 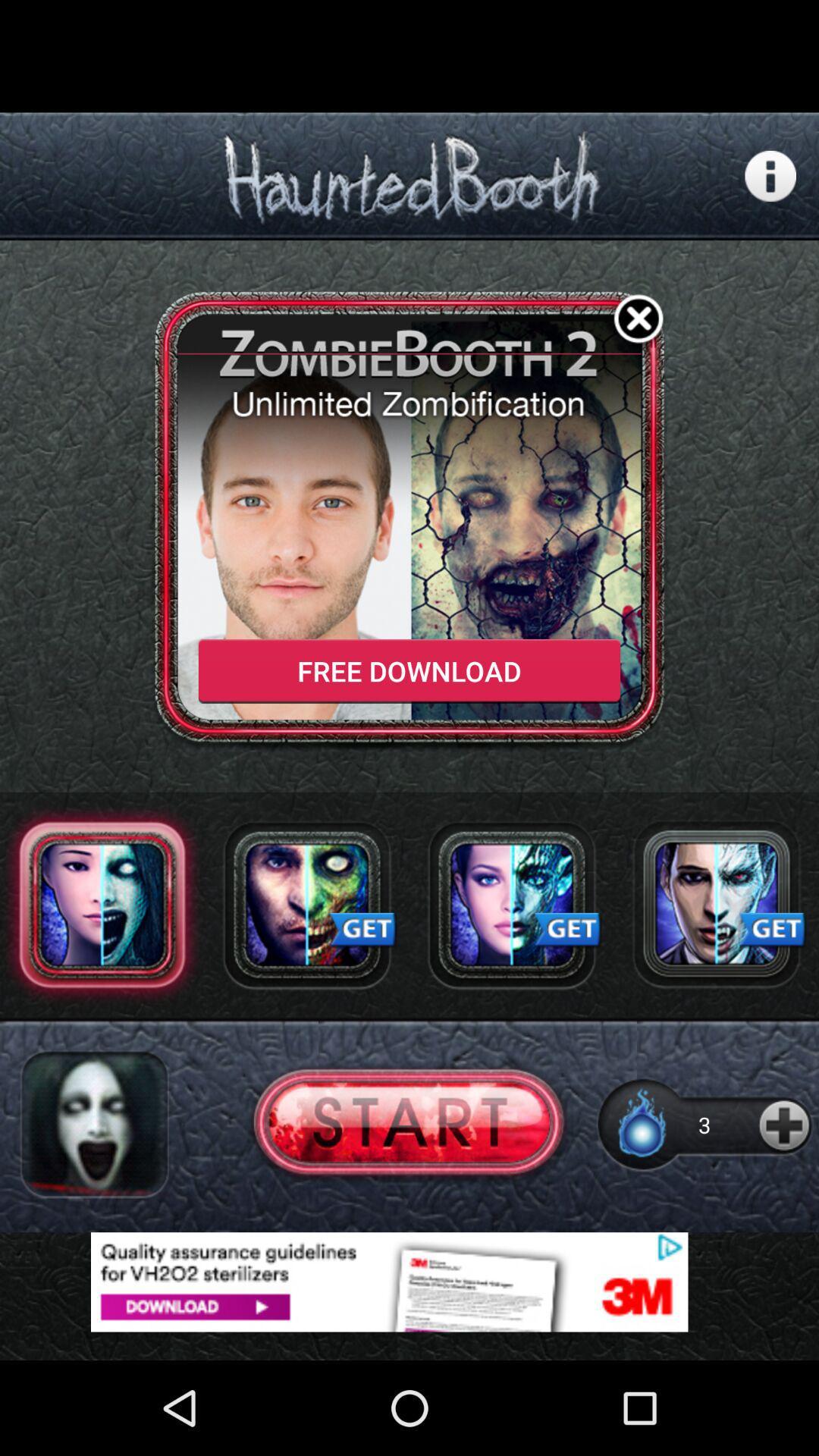 I want to click on the info icon, so click(x=770, y=187).